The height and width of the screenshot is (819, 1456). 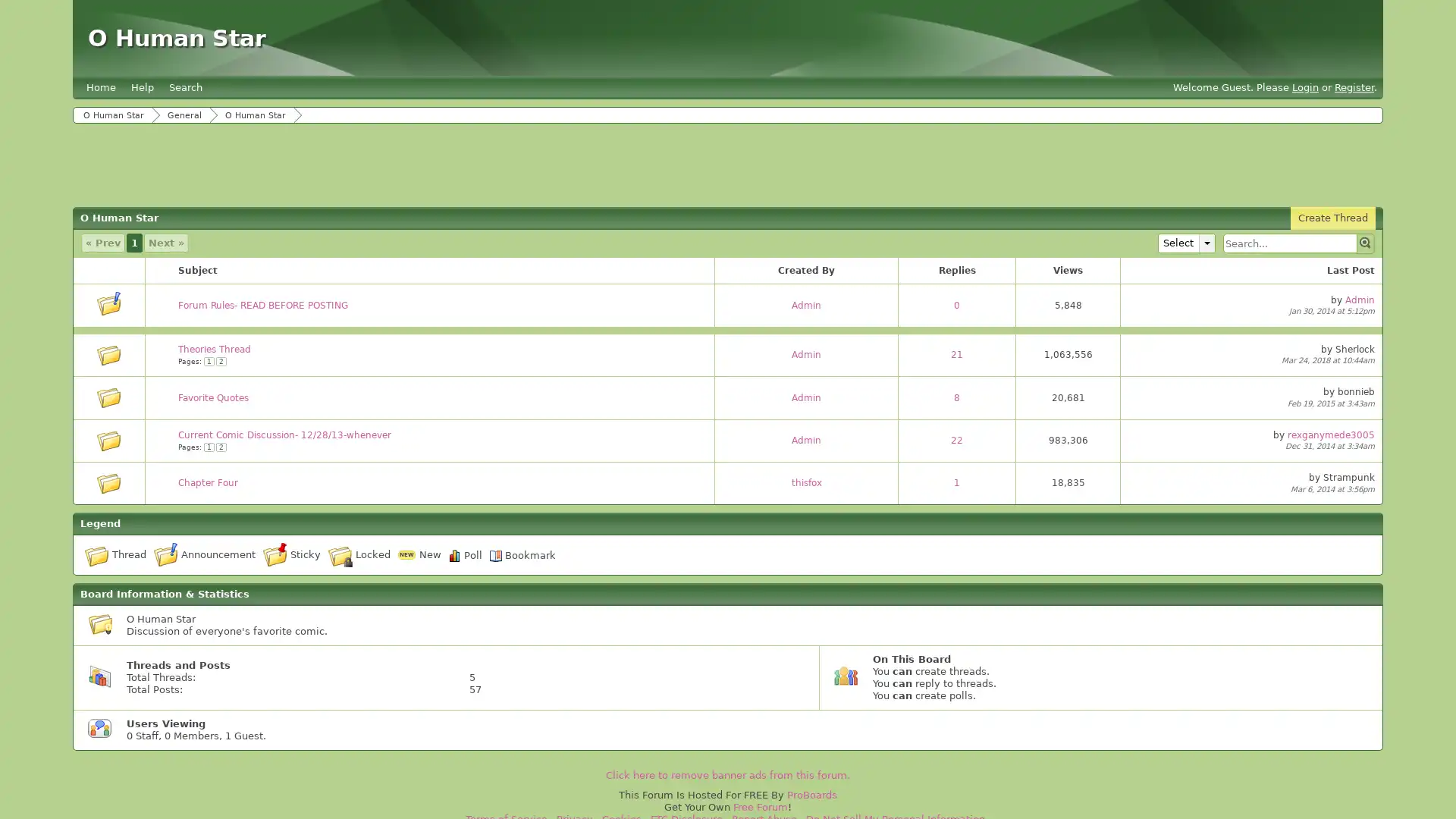 I want to click on Create Thread, so click(x=1332, y=218).